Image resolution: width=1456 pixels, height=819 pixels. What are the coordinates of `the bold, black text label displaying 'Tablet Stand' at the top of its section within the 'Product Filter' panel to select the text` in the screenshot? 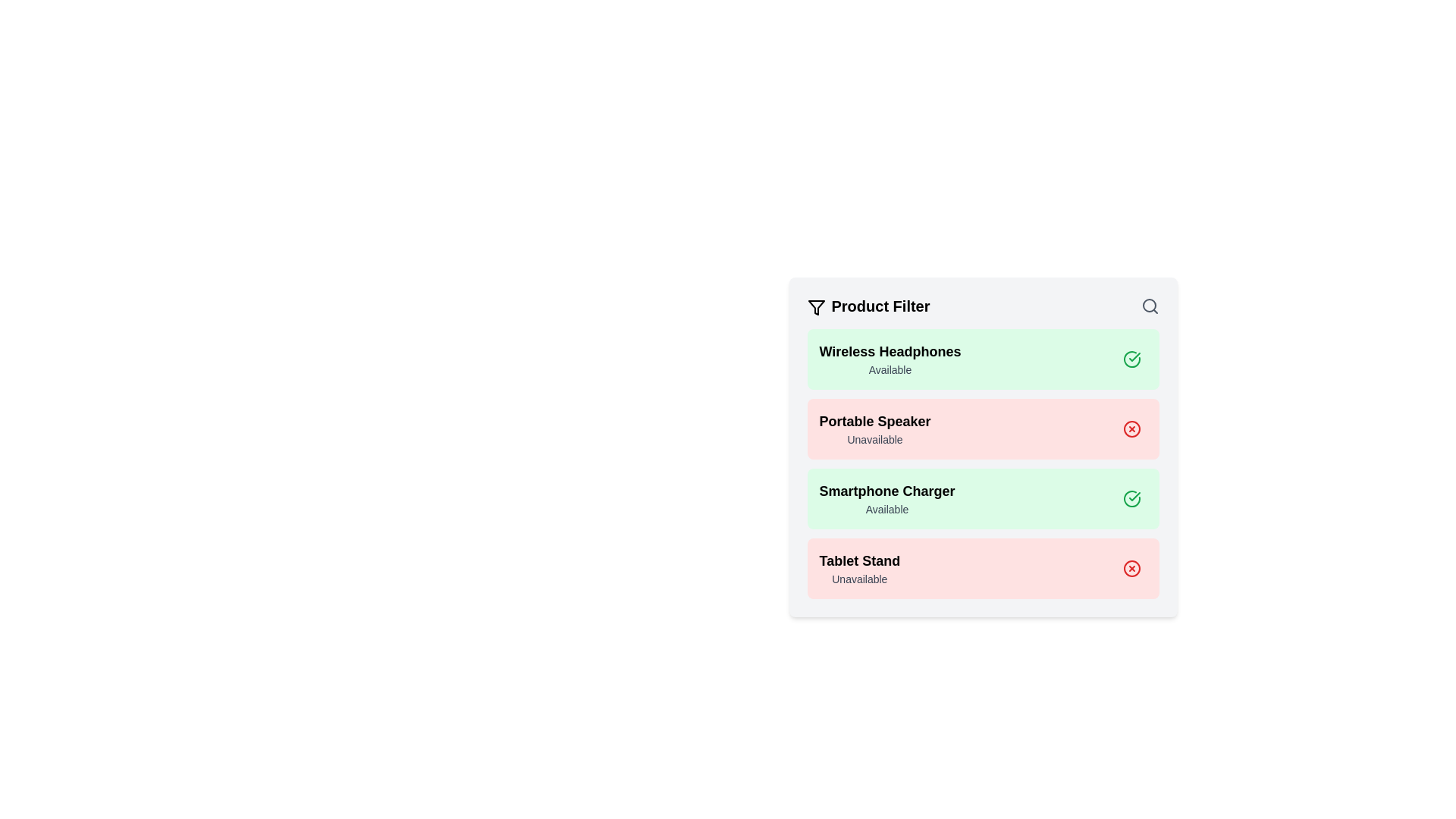 It's located at (859, 561).